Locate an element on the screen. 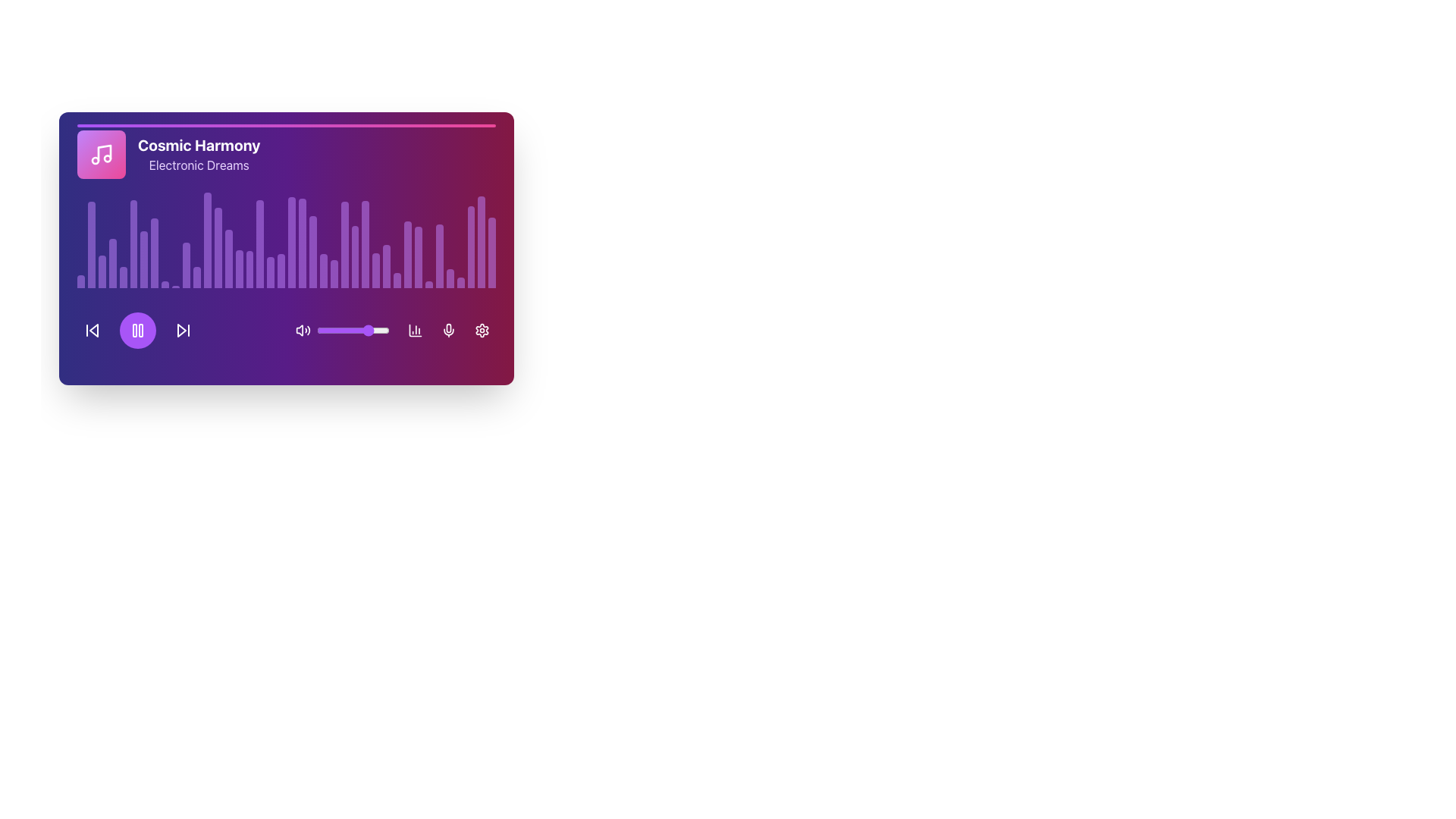  the icon representing the music album or playlist associated with 'Cosmic Harmony' and 'Electronic Dreams' is located at coordinates (101, 155).